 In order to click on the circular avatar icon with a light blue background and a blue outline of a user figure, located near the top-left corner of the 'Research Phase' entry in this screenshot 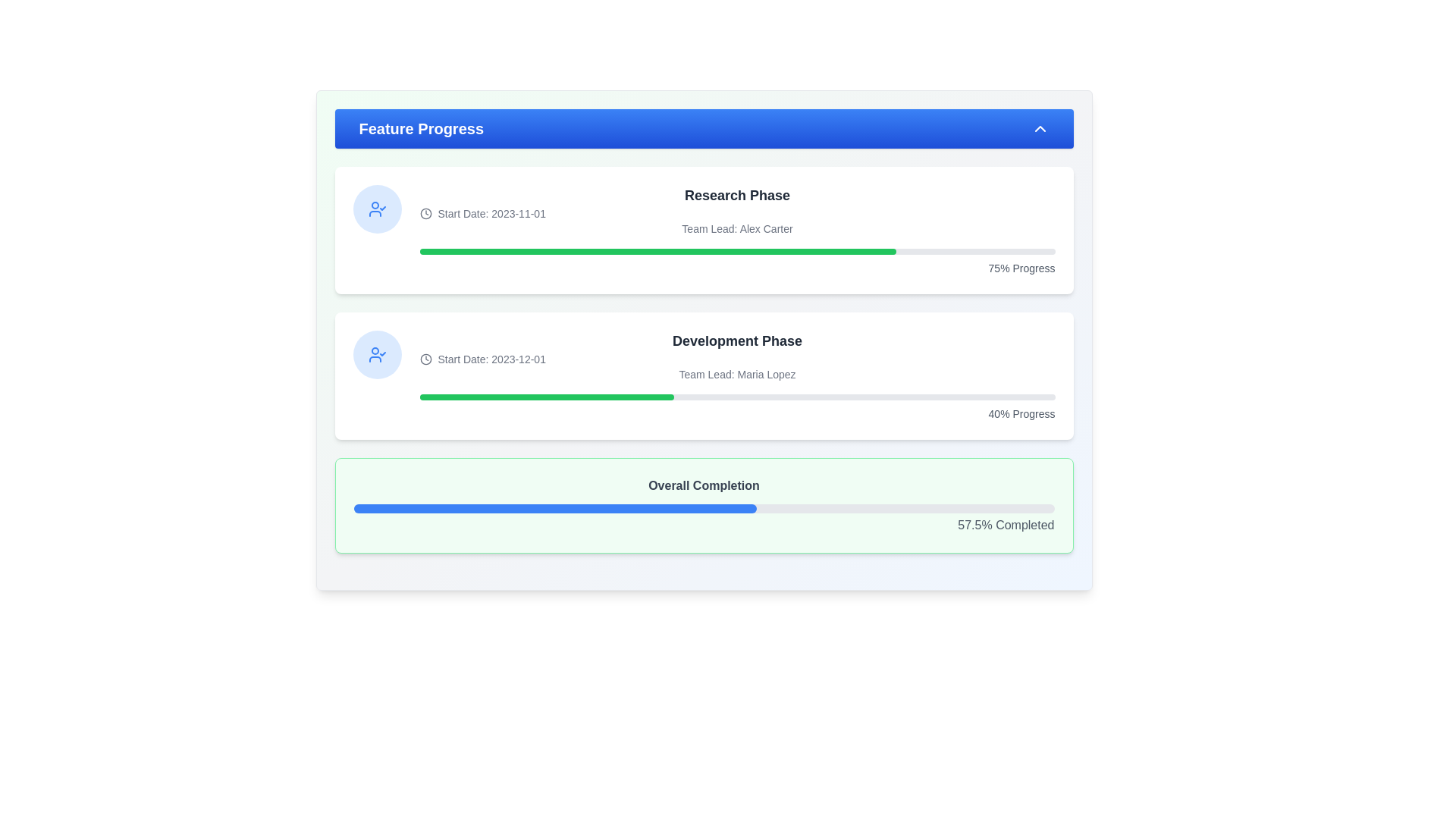, I will do `click(377, 209)`.